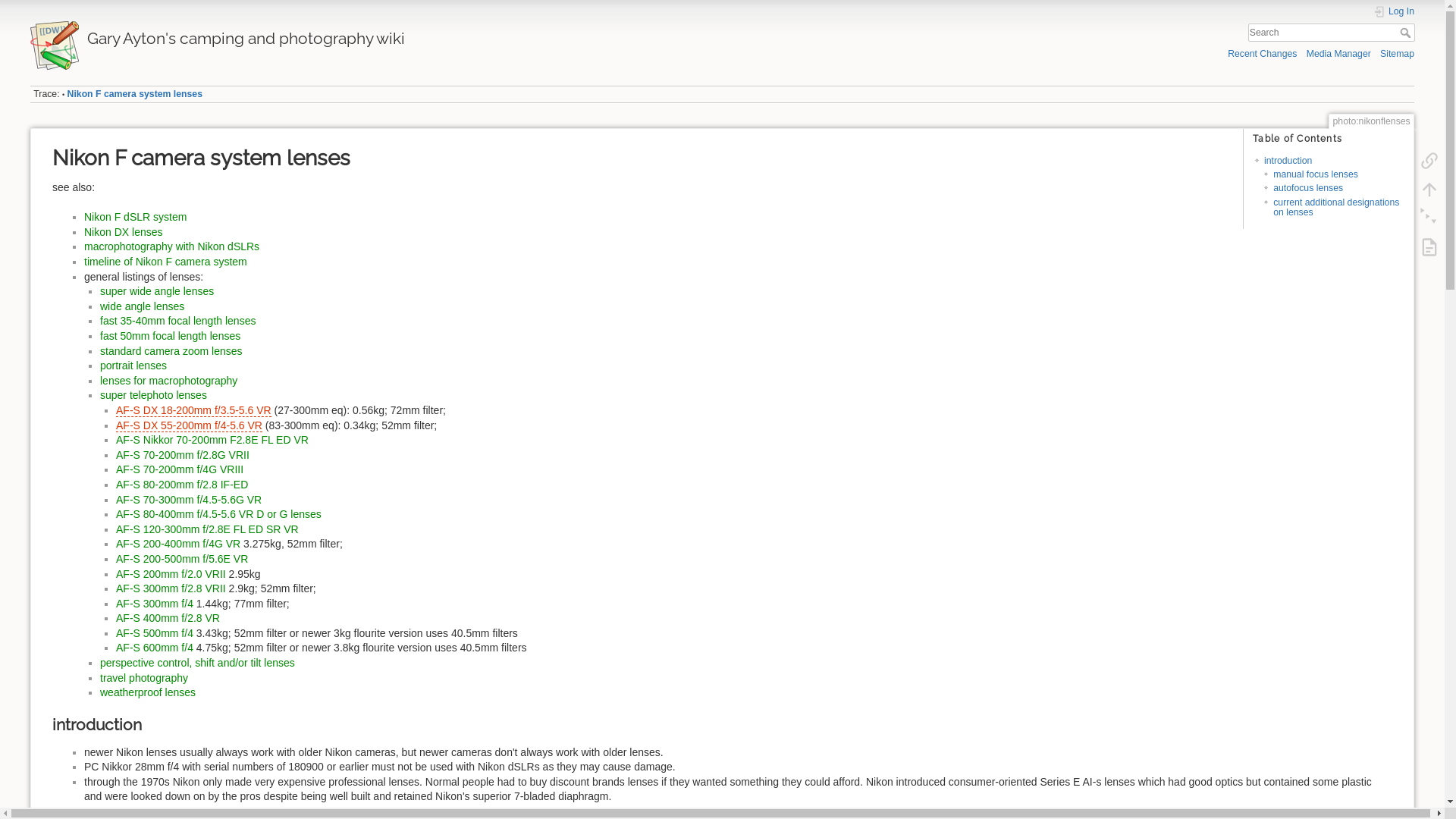 Image resolution: width=1456 pixels, height=819 pixels. What do you see at coordinates (218, 513) in the screenshot?
I see `'AF-S 80-400mm f/4.5-5.6 VR D or G lenses'` at bounding box center [218, 513].